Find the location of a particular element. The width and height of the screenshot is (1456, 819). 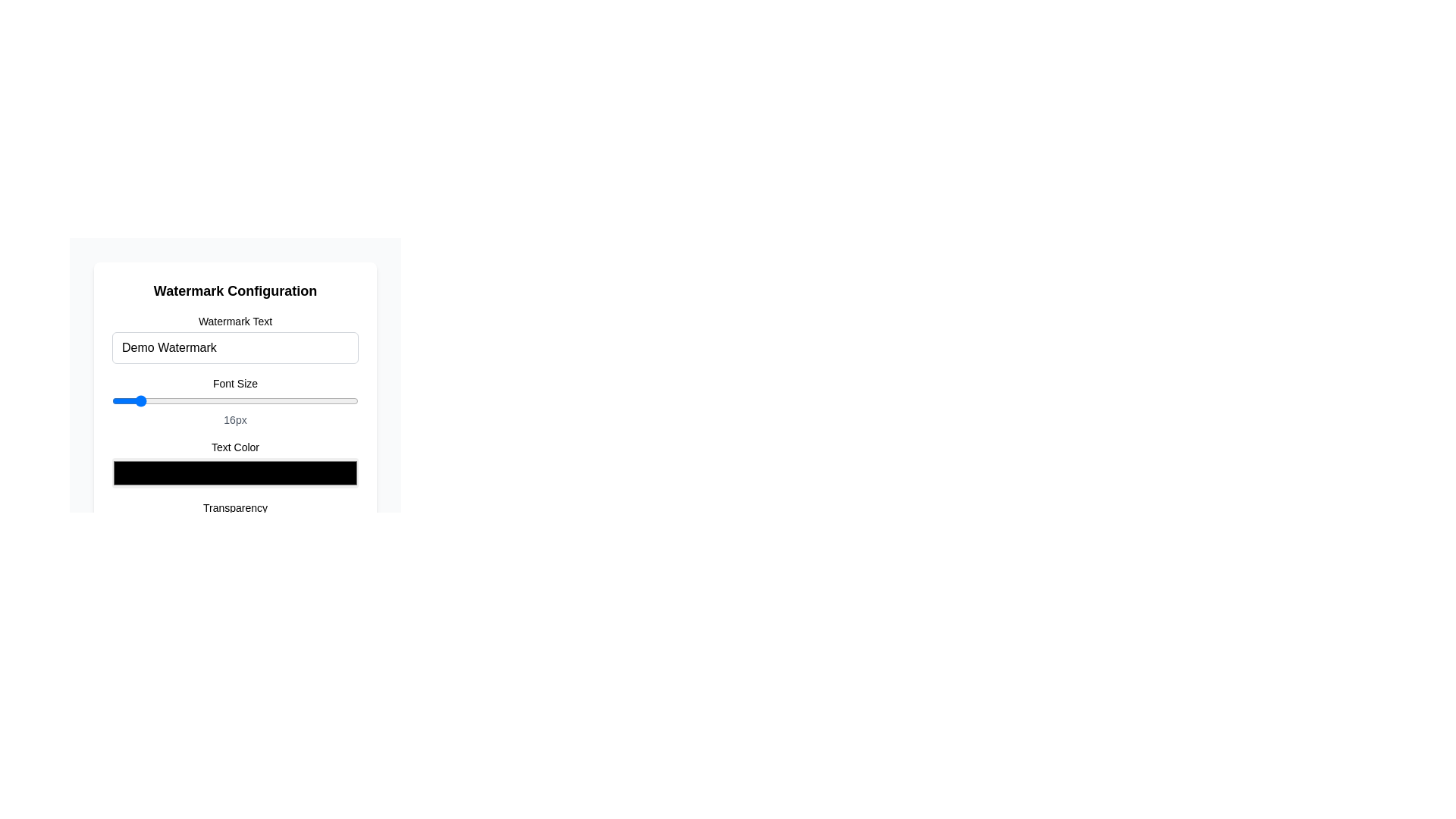

the font size slider is located at coordinates (341, 400).